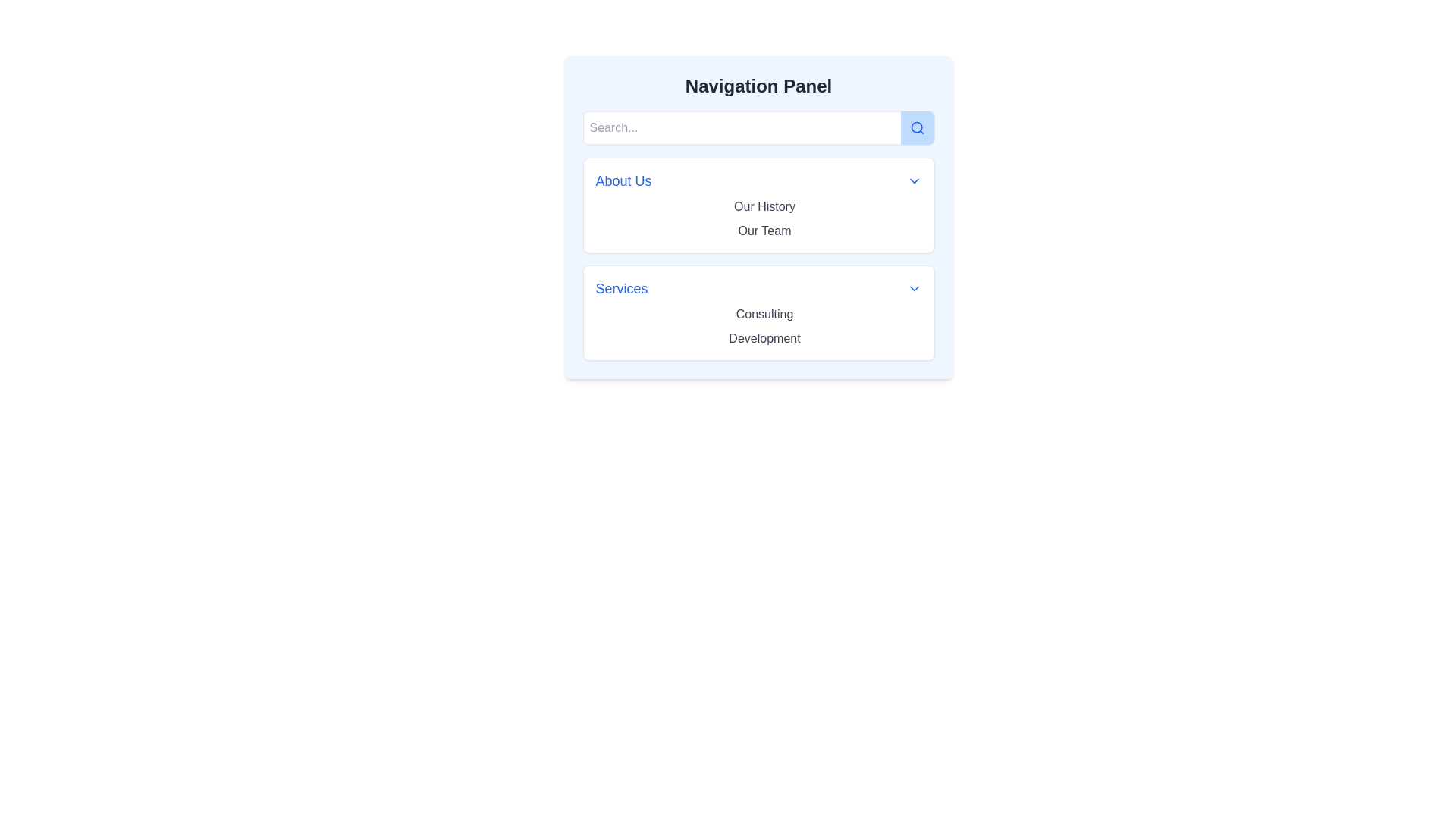 This screenshot has height=819, width=1456. Describe the element at coordinates (764, 314) in the screenshot. I see `the first item in the 'Services' dropdown list which is a hyperlink for 'Consulting'` at that location.